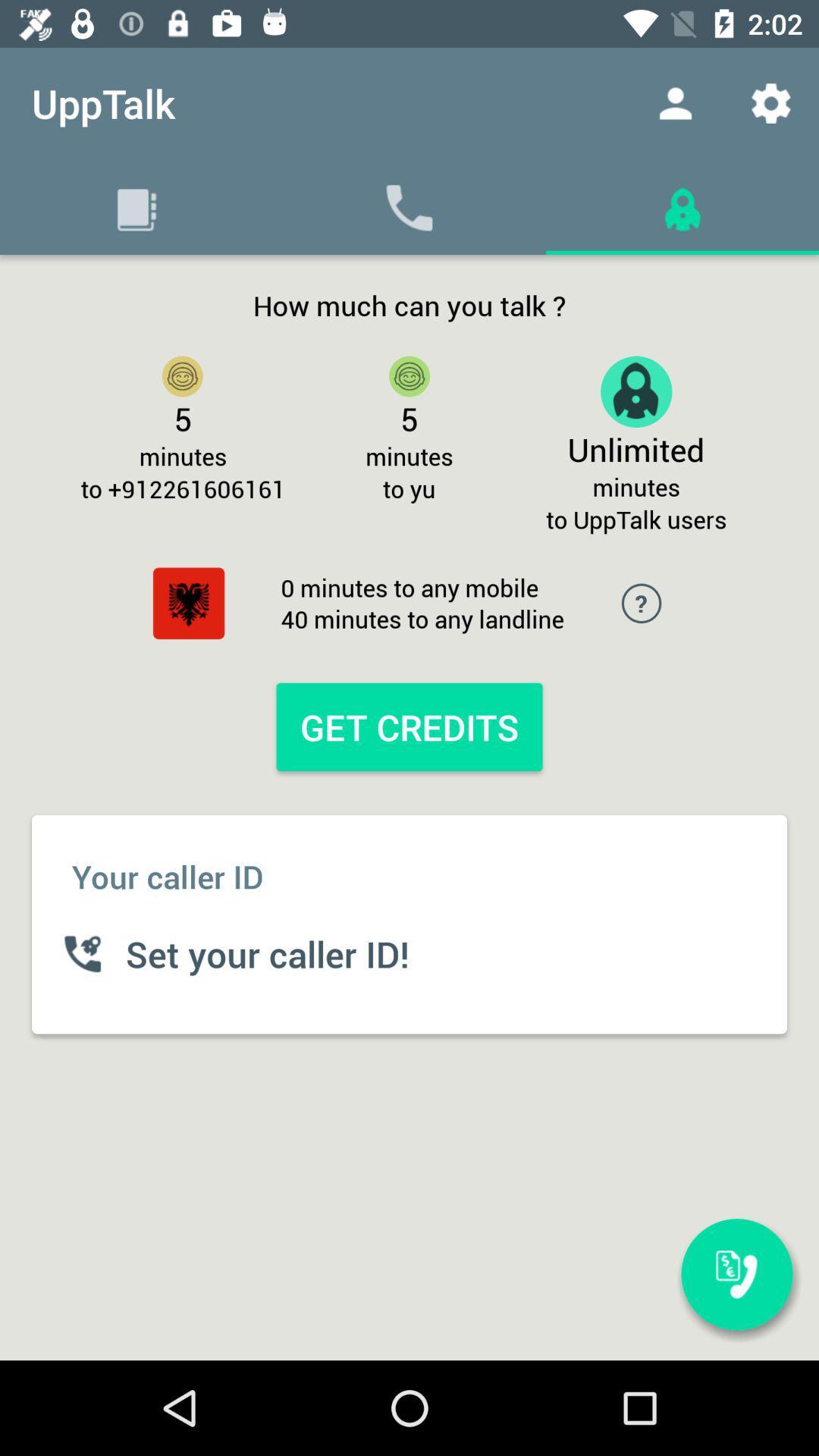 The width and height of the screenshot is (819, 1456). Describe the element at coordinates (188, 602) in the screenshot. I see `item to the left of the 0 minutes to item` at that location.